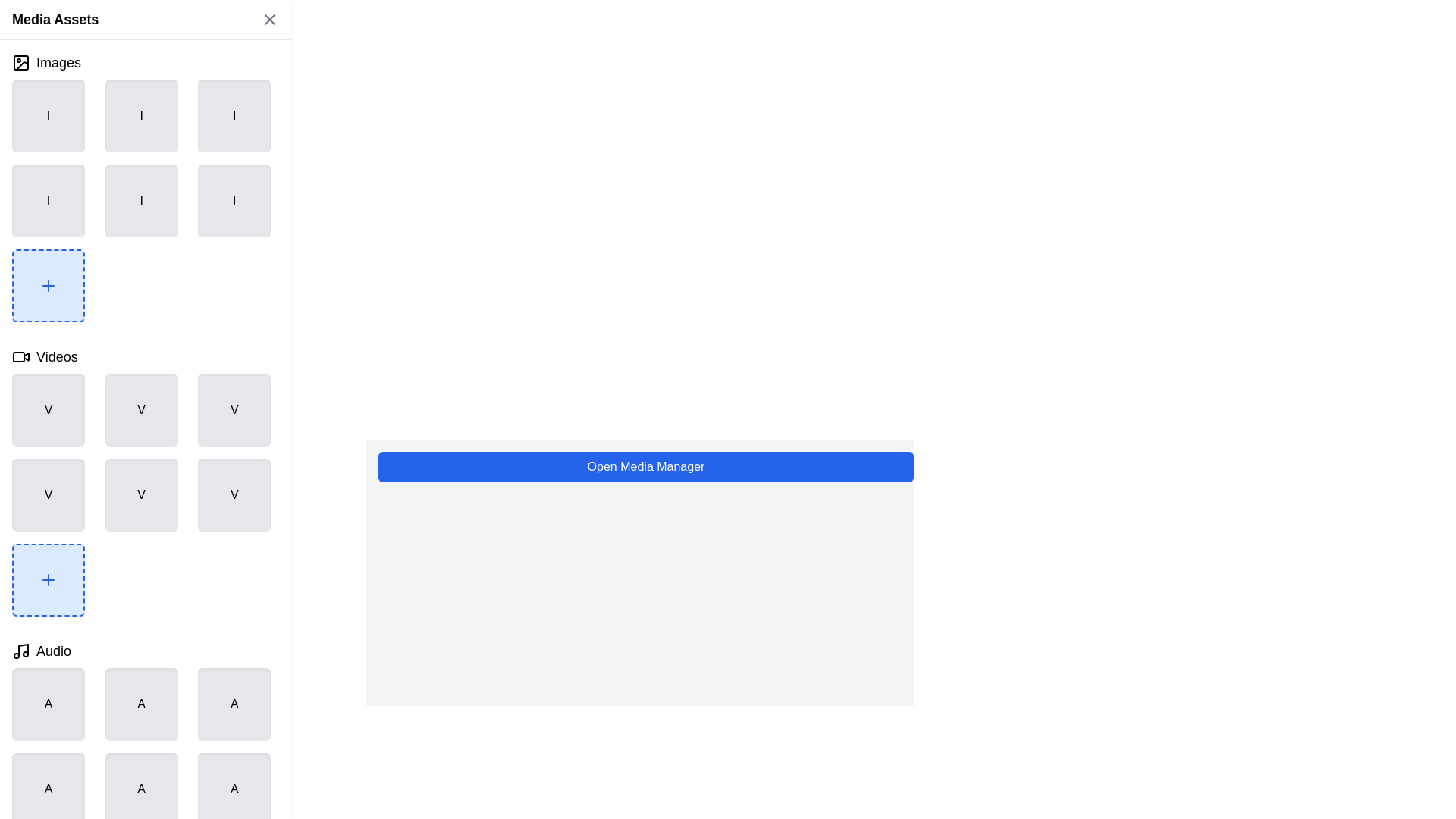  What do you see at coordinates (141, 409) in the screenshot?
I see `the grid item placeholder located in the second row and second column under the 'Videos' section, which is adjacent to blocks containing the letter 'V'` at bounding box center [141, 409].